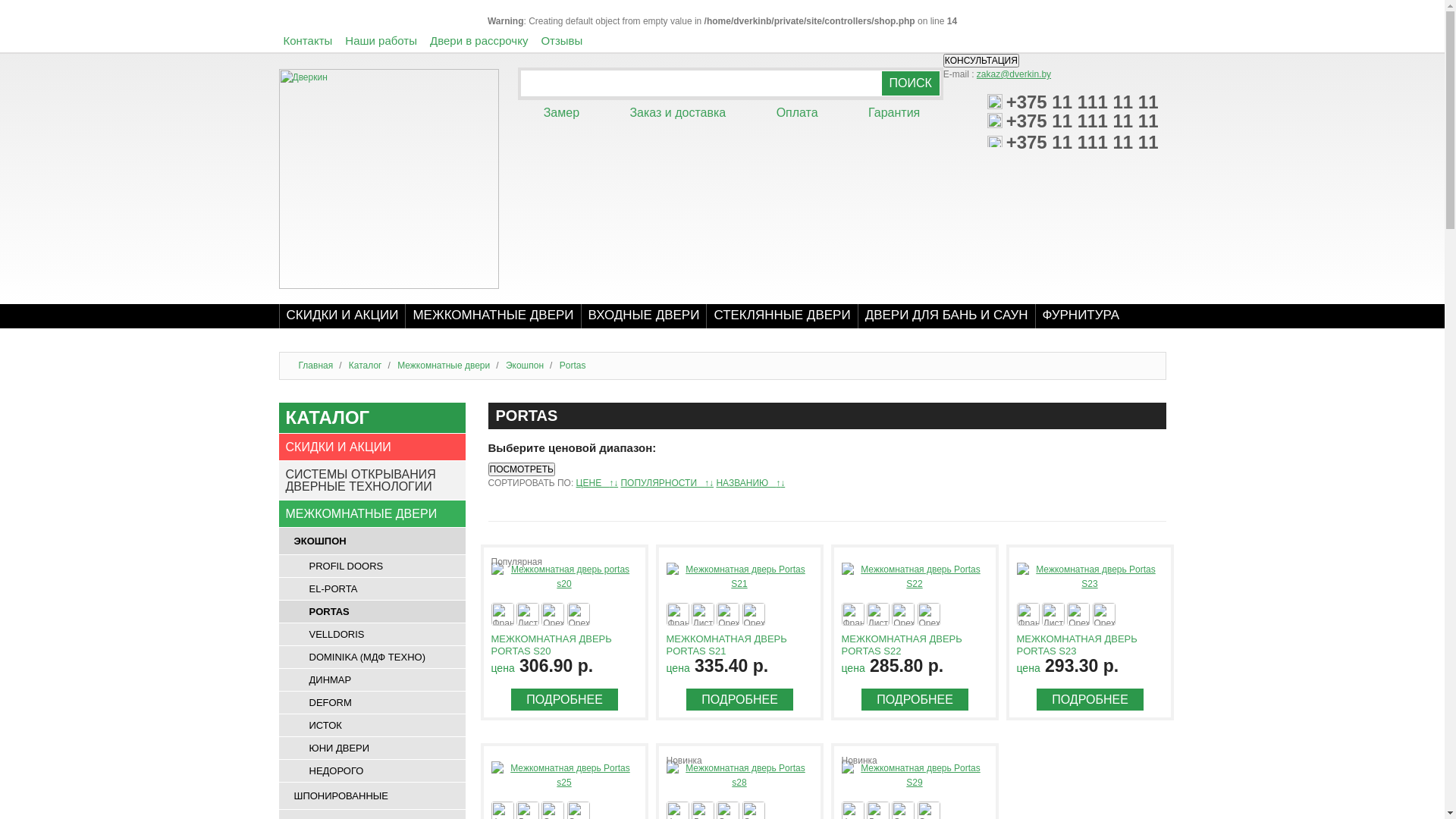 The width and height of the screenshot is (1456, 819). What do you see at coordinates (1014, 74) in the screenshot?
I see `'zakaz@dverkin.by'` at bounding box center [1014, 74].